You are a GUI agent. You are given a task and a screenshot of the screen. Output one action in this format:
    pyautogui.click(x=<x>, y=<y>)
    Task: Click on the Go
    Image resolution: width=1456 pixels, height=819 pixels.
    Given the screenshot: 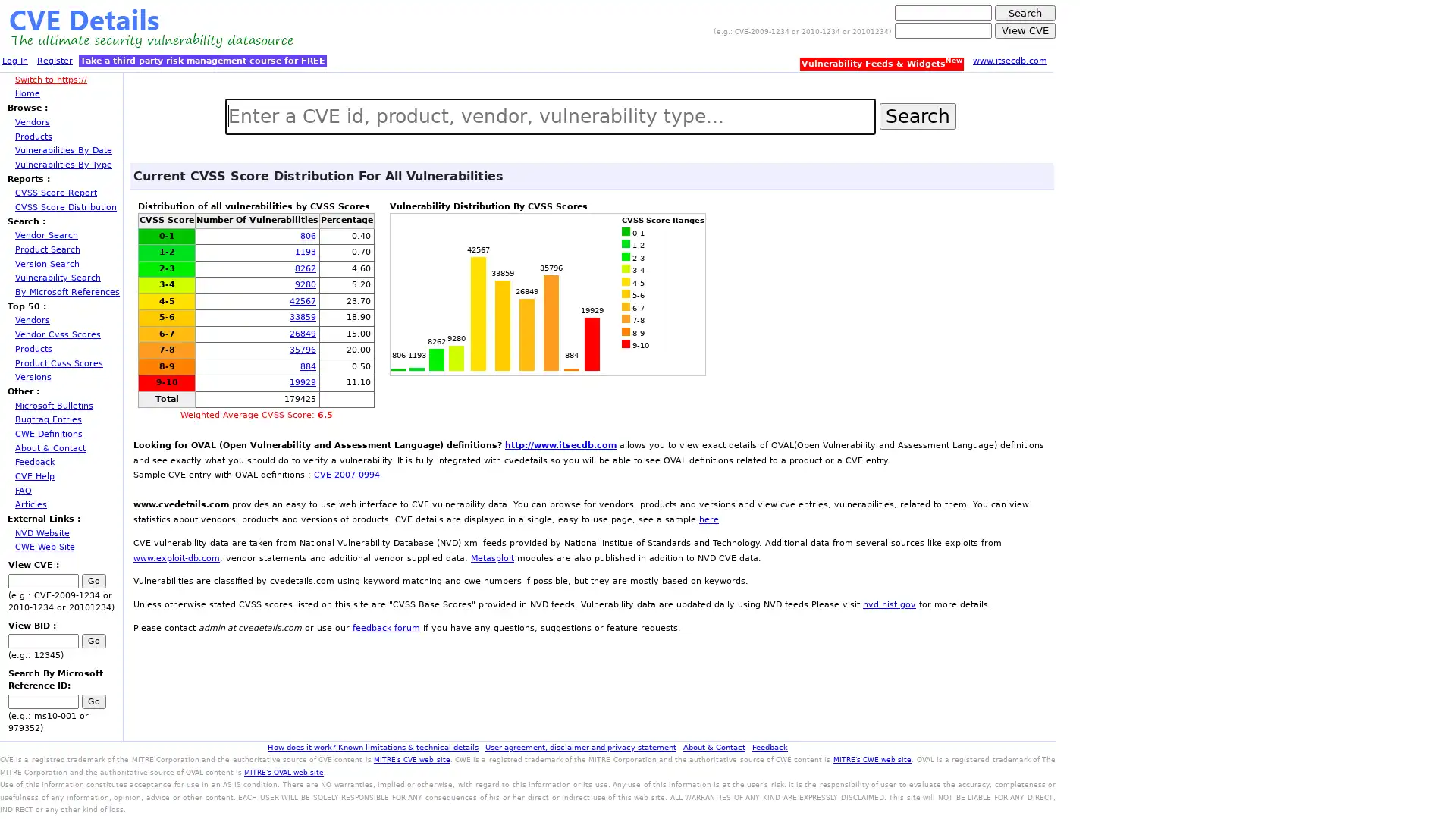 What is the action you would take?
    pyautogui.click(x=93, y=701)
    